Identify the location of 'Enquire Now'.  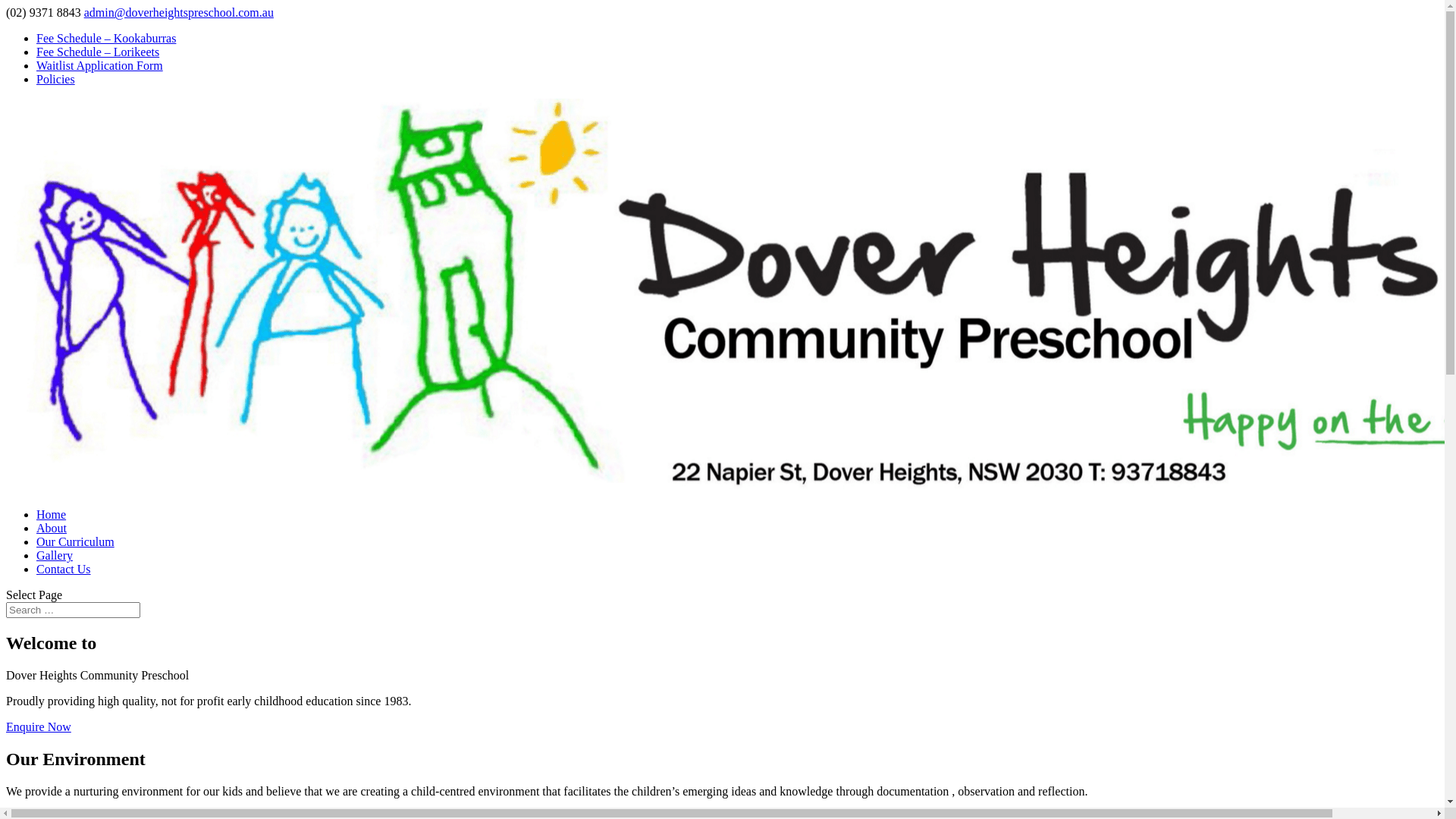
(39, 726).